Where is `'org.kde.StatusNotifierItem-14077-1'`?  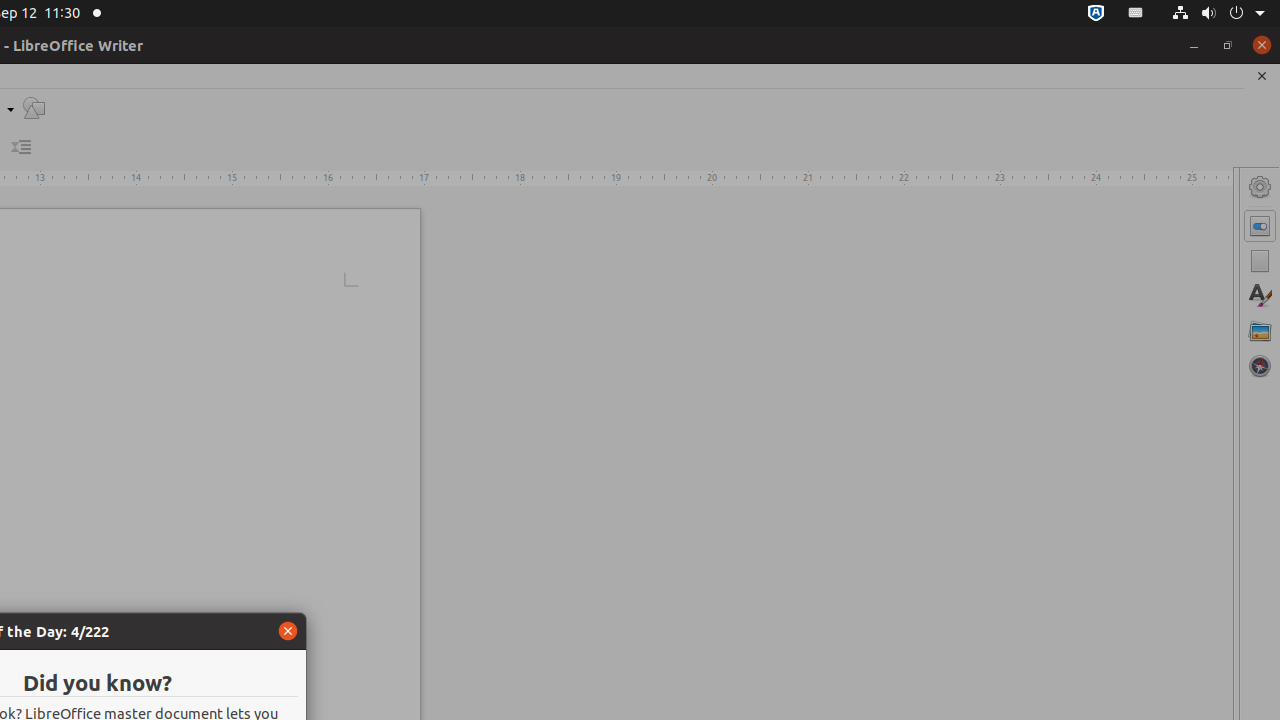 'org.kde.StatusNotifierItem-14077-1' is located at coordinates (1136, 13).